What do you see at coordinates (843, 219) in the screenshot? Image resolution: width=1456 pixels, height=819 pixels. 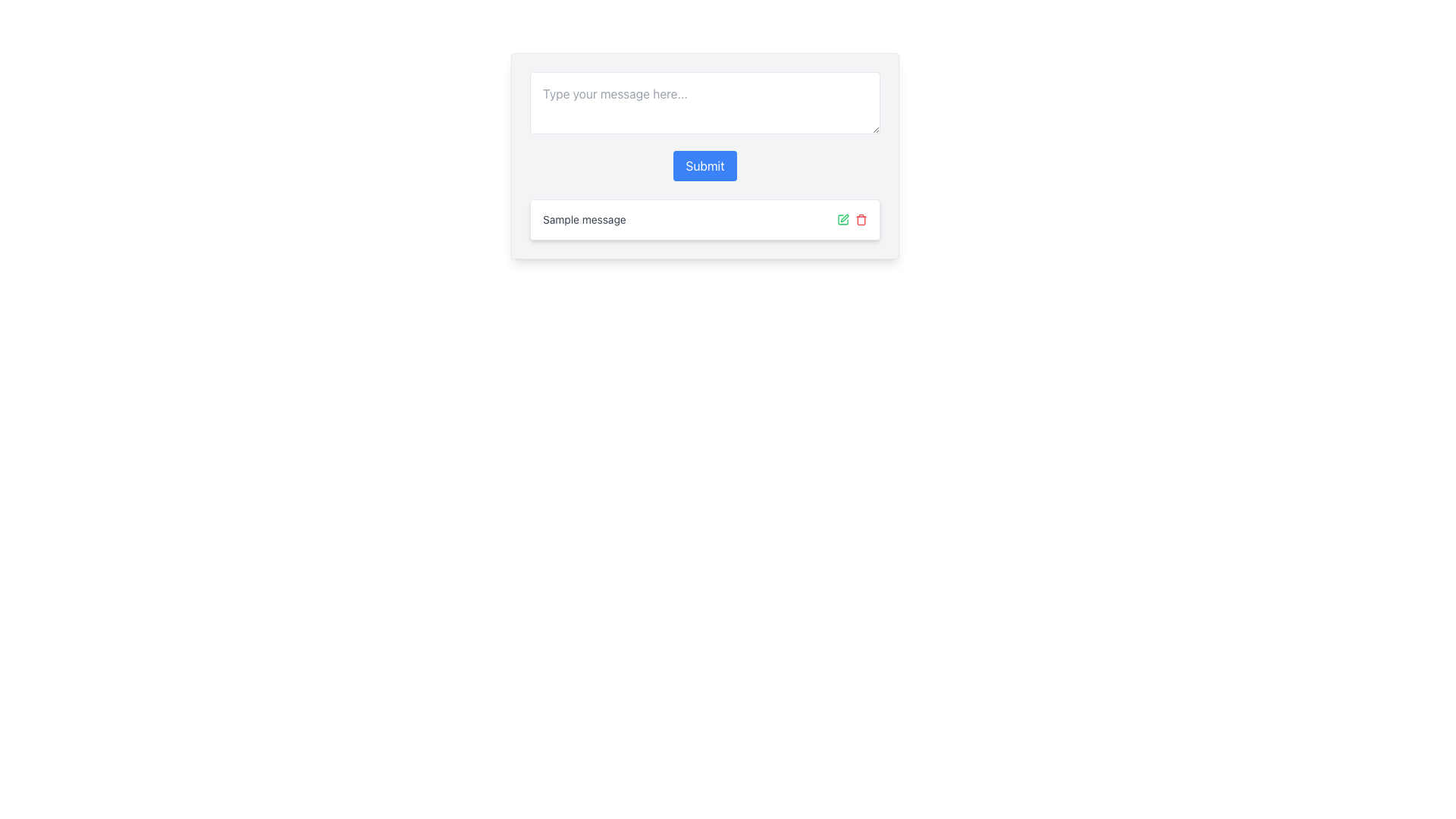 I see `the small green pen icon next to the text label 'Sample message'` at bounding box center [843, 219].